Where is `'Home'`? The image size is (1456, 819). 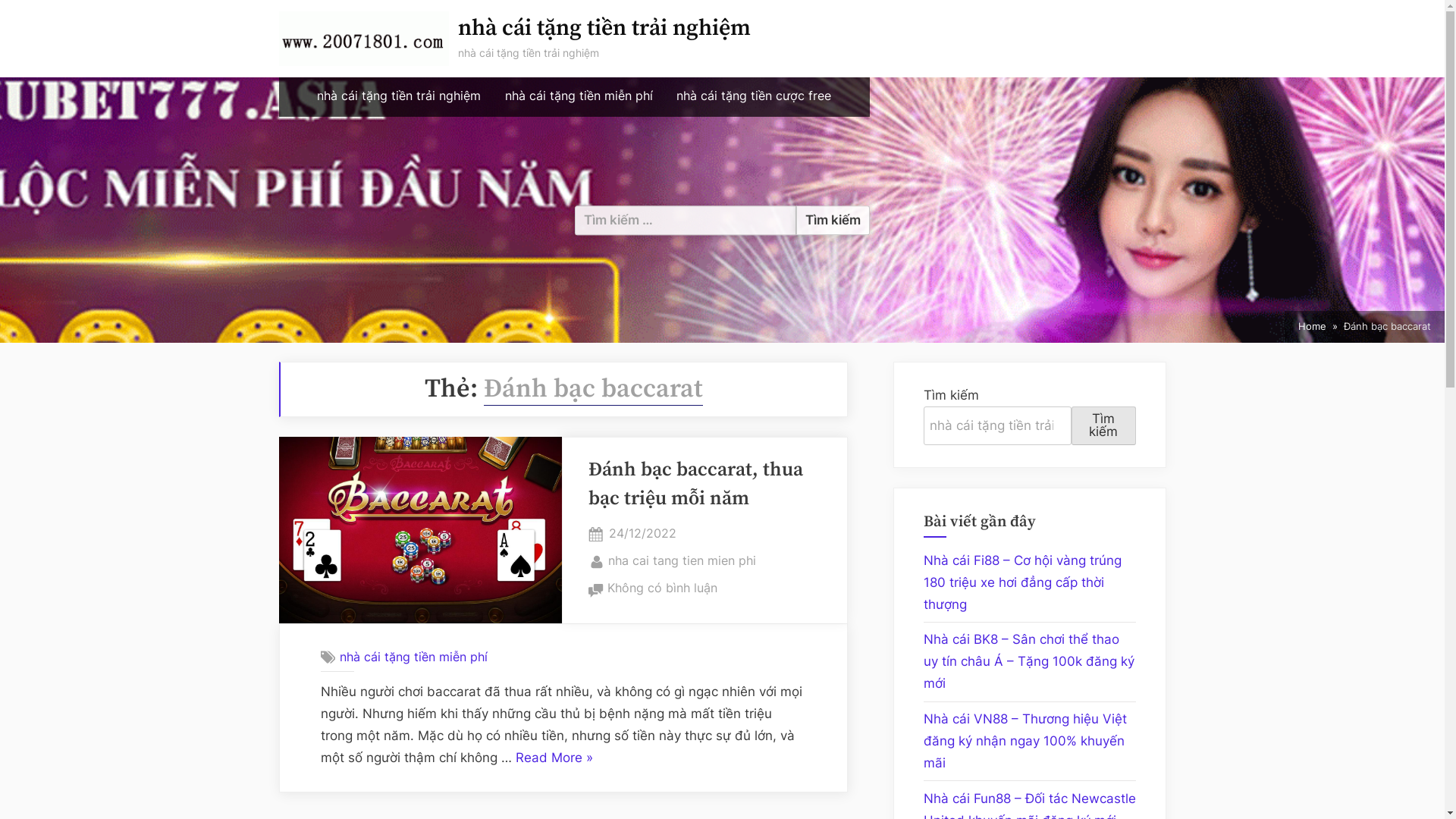 'Home' is located at coordinates (1298, 326).